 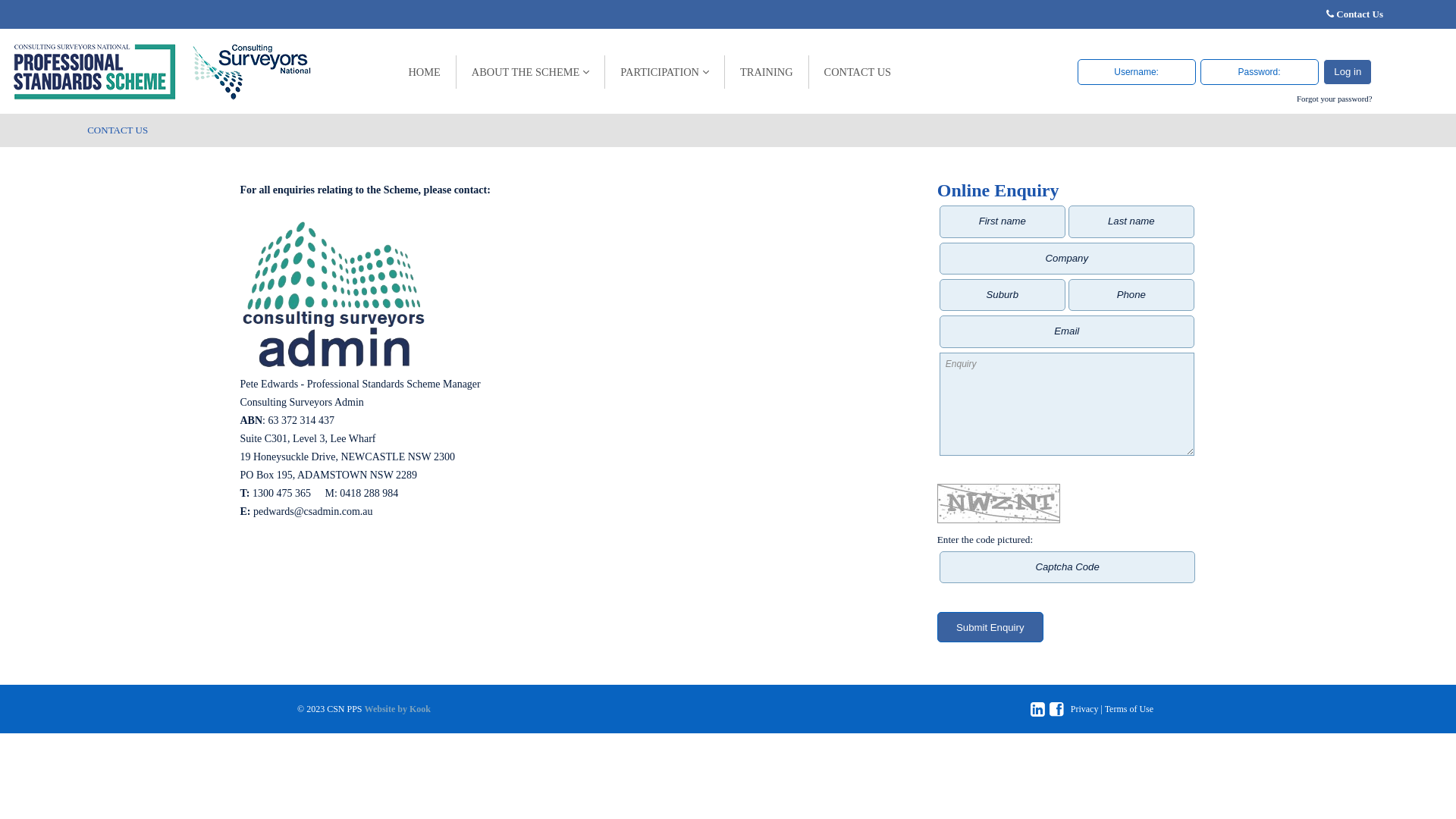 I want to click on 'Log in', so click(x=1347, y=72).